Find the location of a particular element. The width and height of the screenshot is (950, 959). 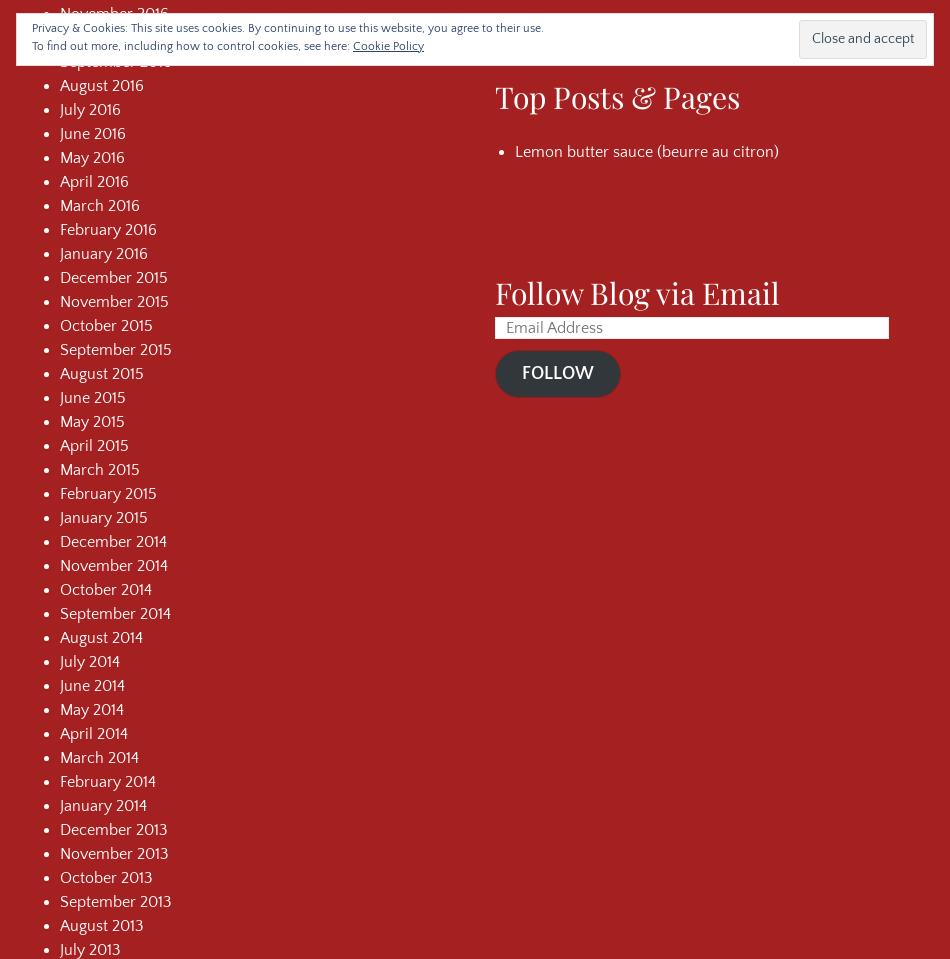

'October 2013' is located at coordinates (60, 876).